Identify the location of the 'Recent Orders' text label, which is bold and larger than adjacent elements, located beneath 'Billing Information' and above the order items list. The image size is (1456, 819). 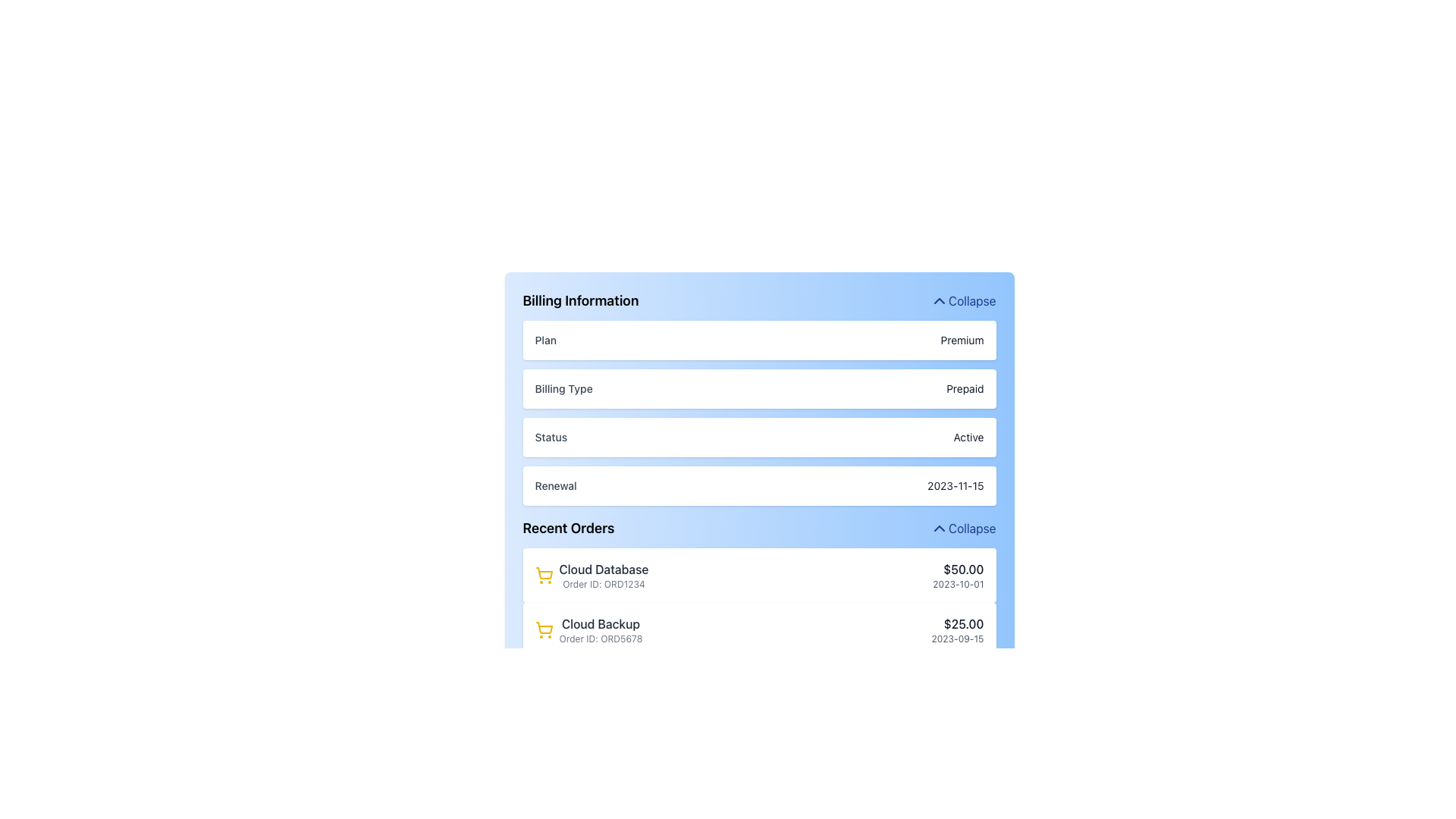
(567, 528).